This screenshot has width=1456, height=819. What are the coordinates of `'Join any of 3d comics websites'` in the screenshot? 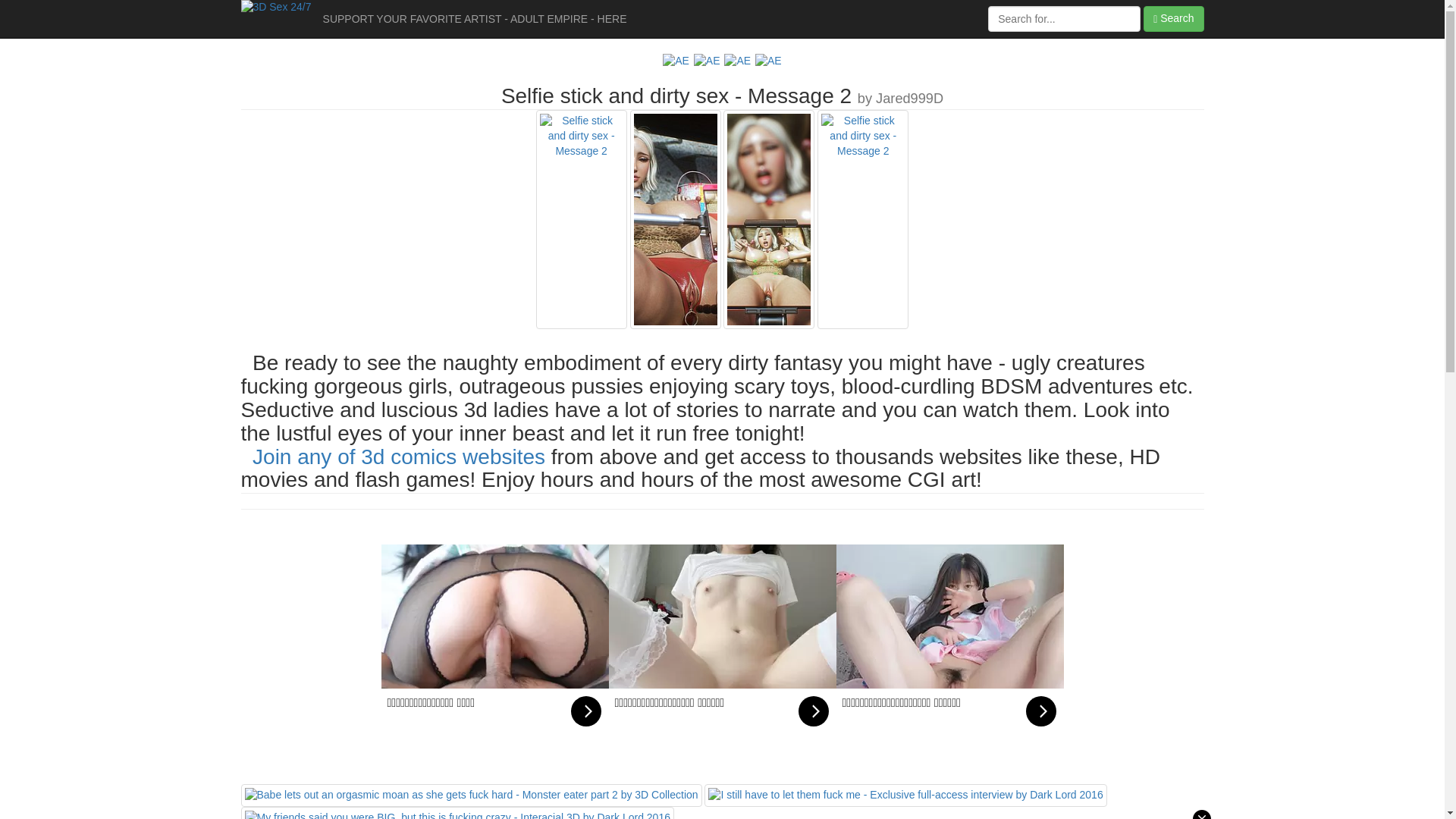 It's located at (399, 456).